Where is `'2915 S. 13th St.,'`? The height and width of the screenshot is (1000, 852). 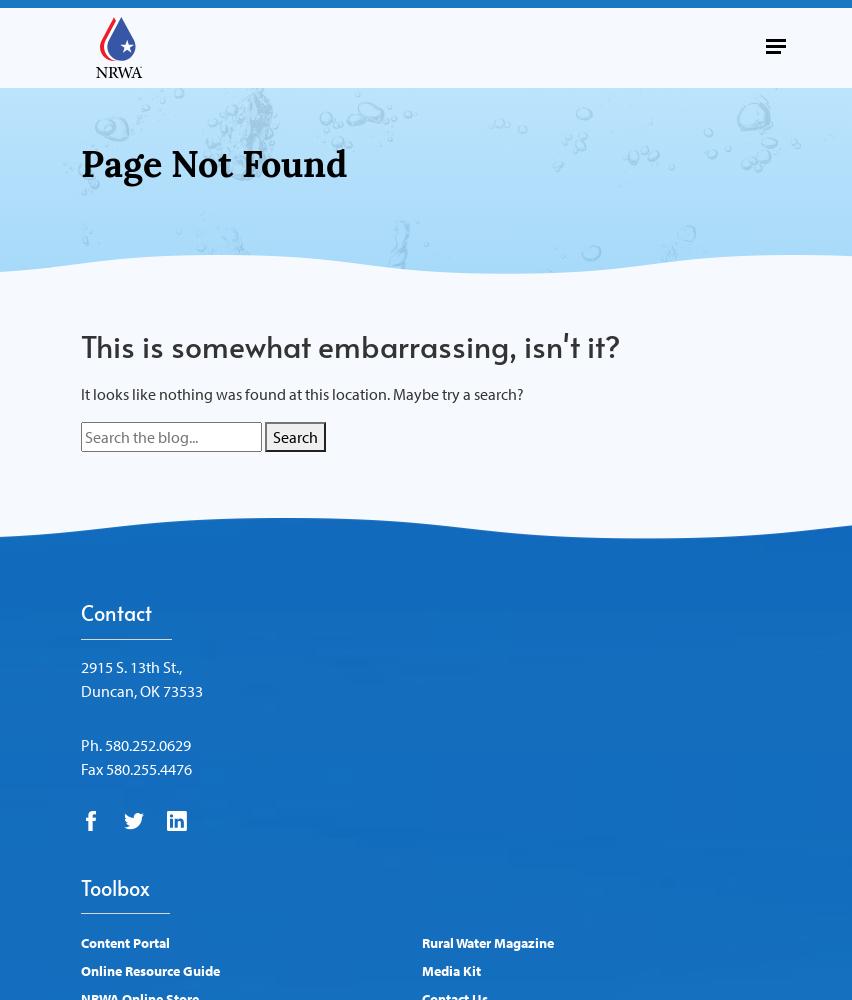 '2915 S. 13th St.,' is located at coordinates (131, 666).